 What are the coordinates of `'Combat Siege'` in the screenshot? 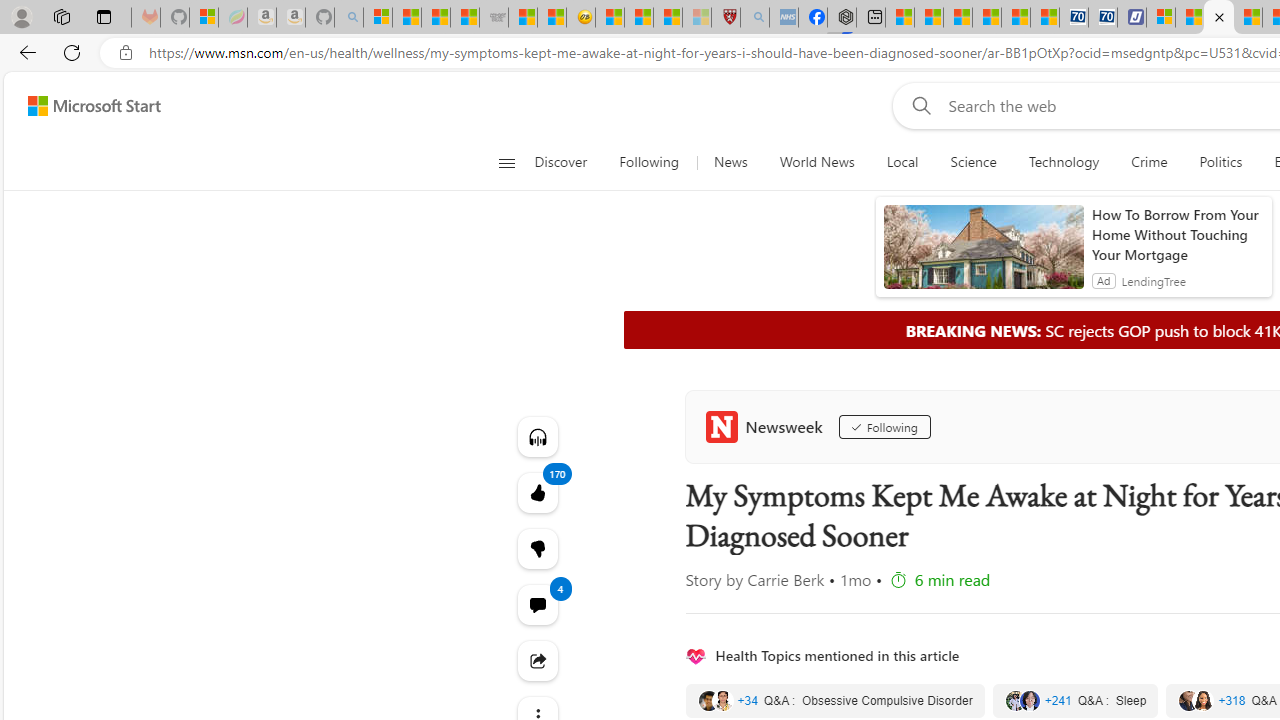 It's located at (494, 17).